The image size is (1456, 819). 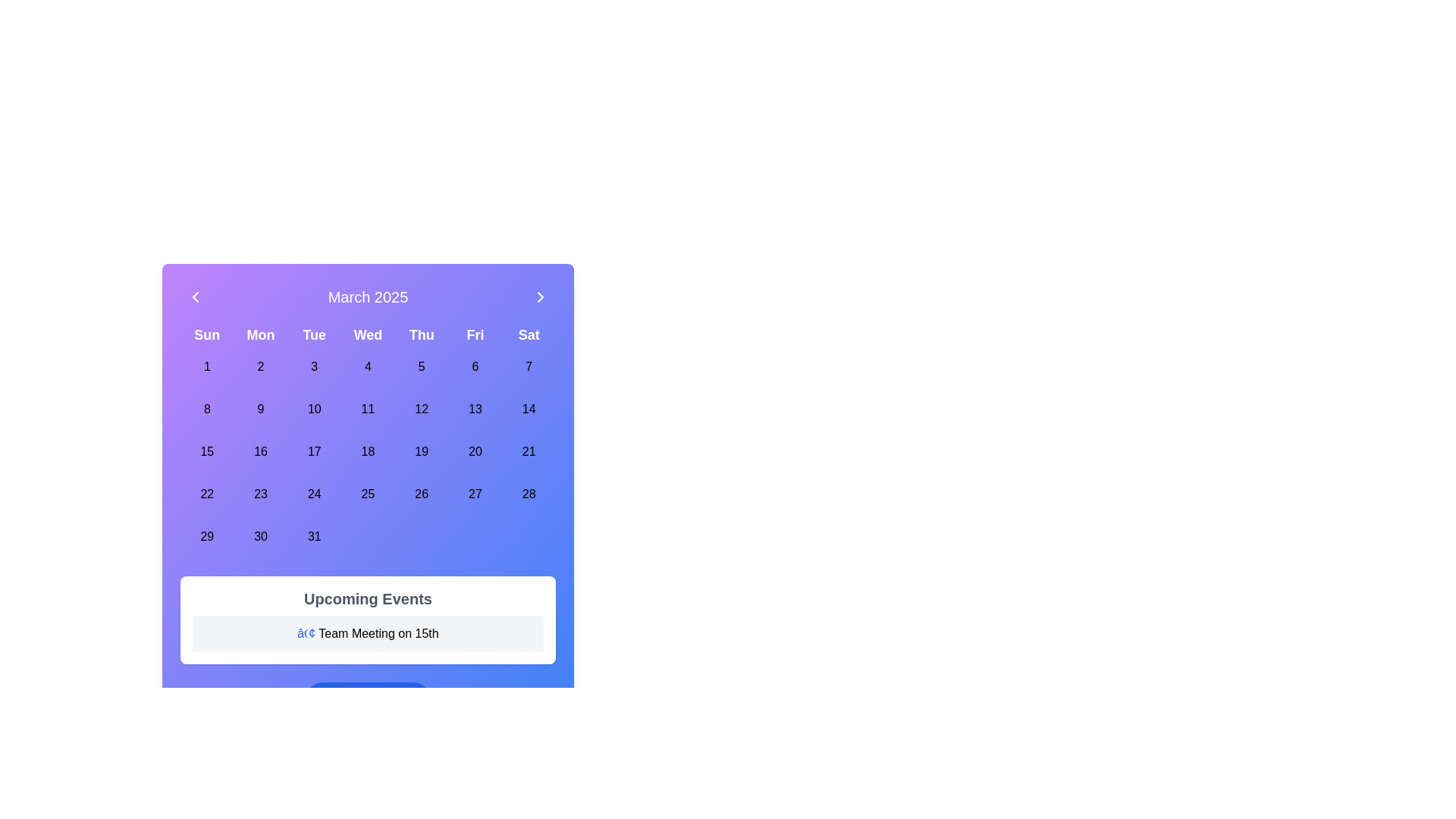 What do you see at coordinates (195, 297) in the screenshot?
I see `the left chevron button in the calendar header` at bounding box center [195, 297].